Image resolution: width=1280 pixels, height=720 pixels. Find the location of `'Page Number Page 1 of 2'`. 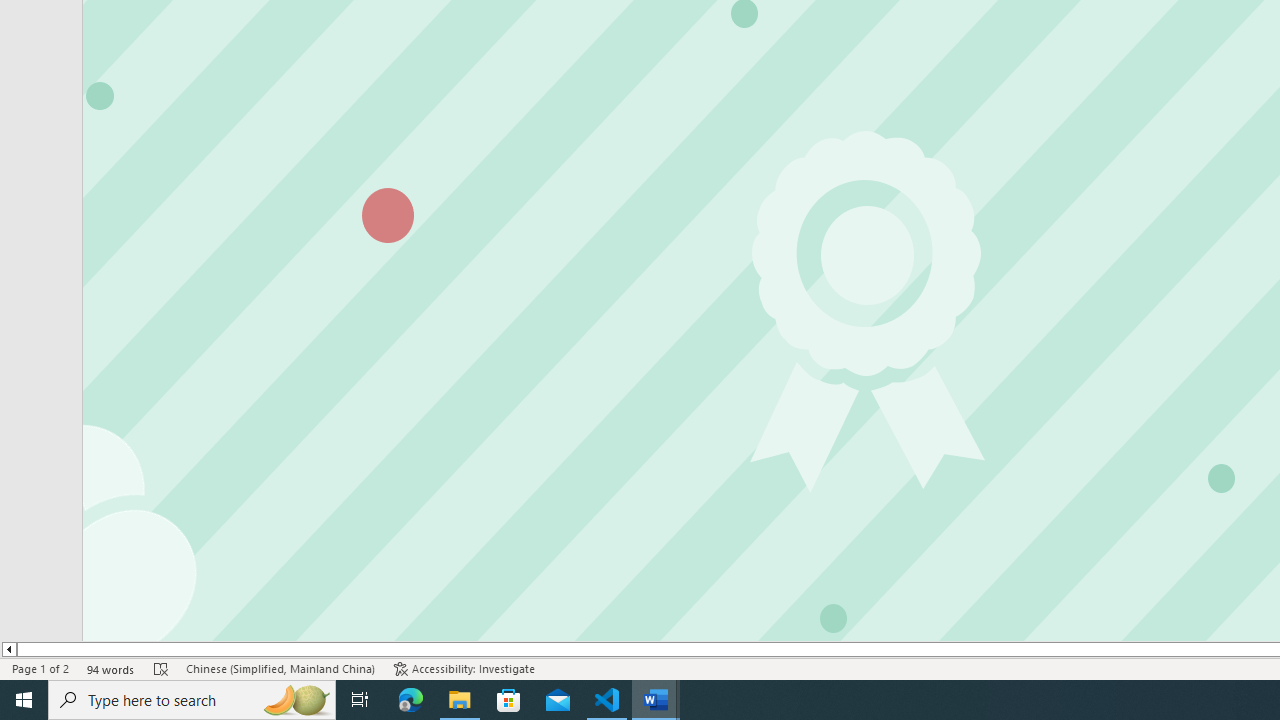

'Page Number Page 1 of 2' is located at coordinates (40, 669).